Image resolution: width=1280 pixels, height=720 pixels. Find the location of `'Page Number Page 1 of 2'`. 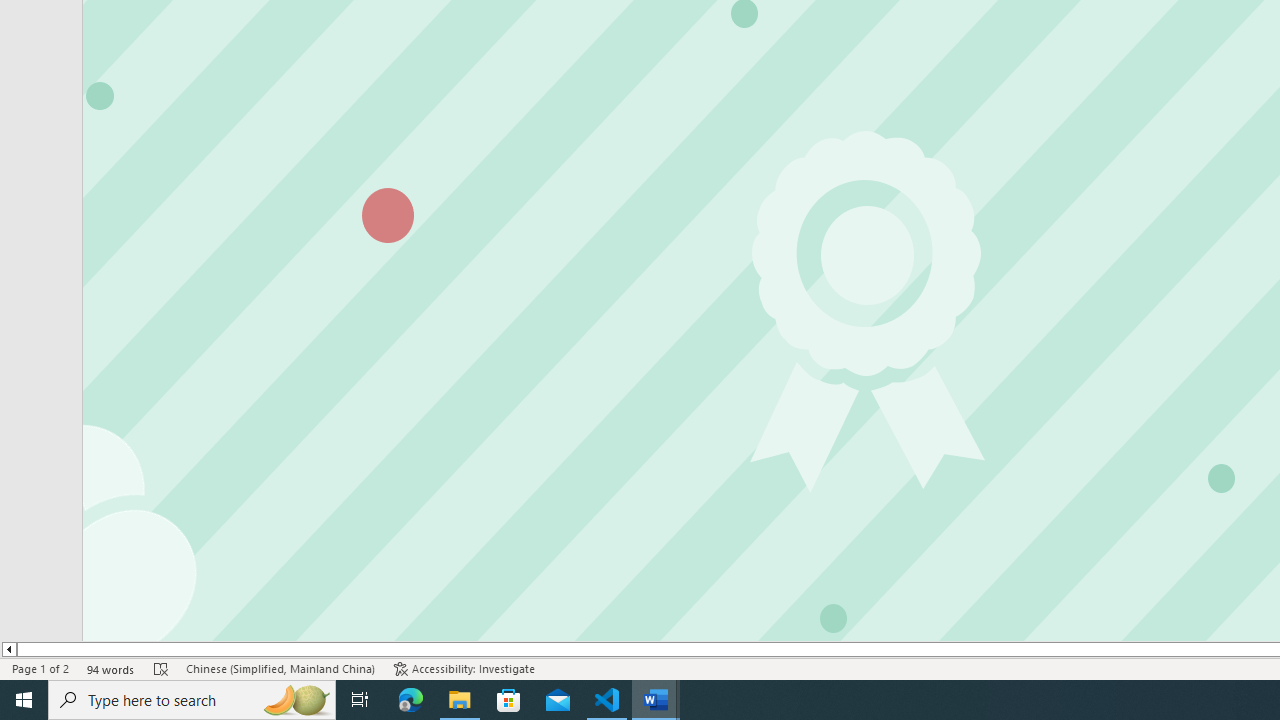

'Page Number Page 1 of 2' is located at coordinates (40, 669).